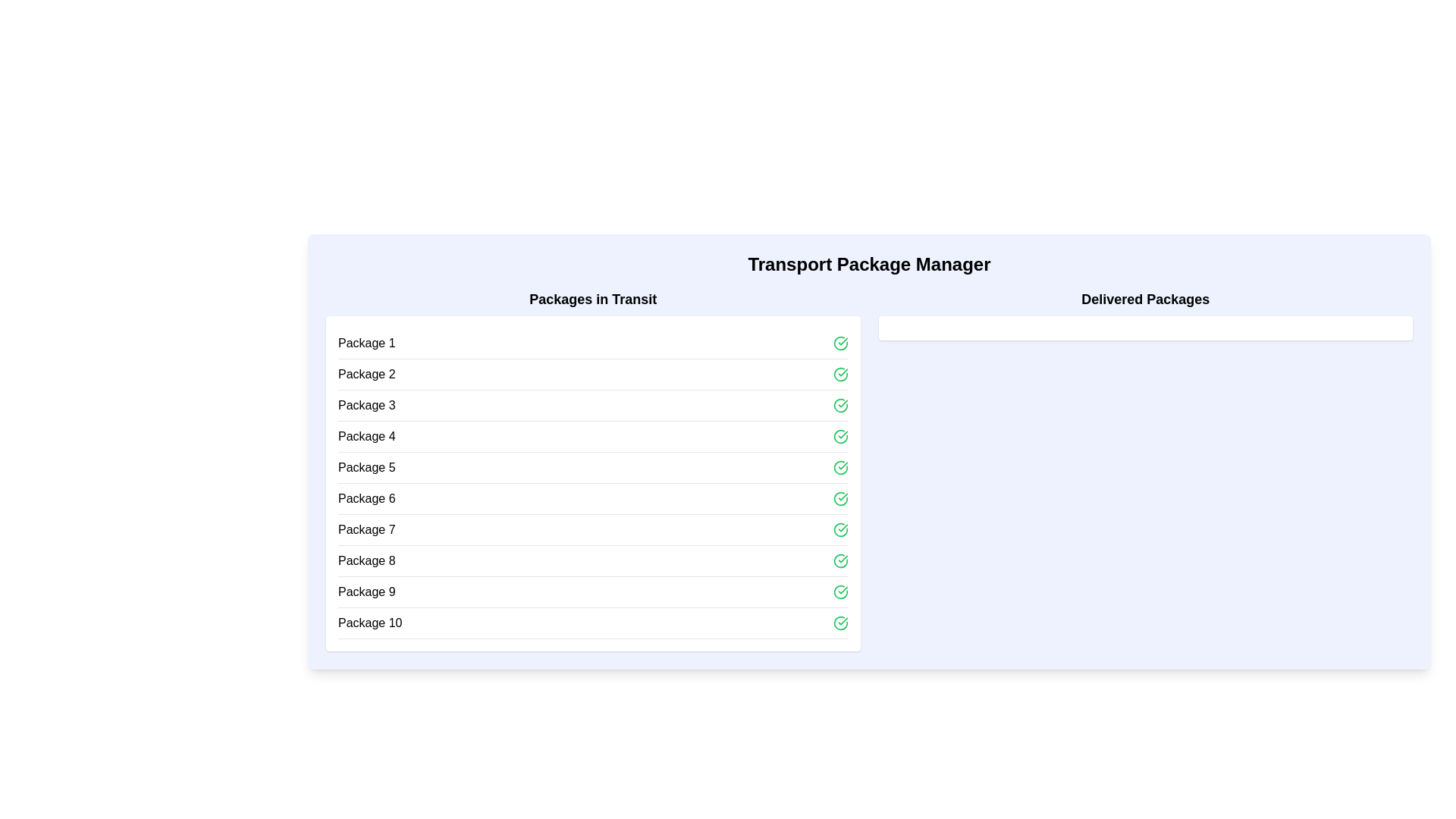 The image size is (1456, 819). Describe the element at coordinates (839, 343) in the screenshot. I see `decorative checkmark icon element that indicates the successful status of 'Package 2' within the 'Packages in Transit' section` at that location.